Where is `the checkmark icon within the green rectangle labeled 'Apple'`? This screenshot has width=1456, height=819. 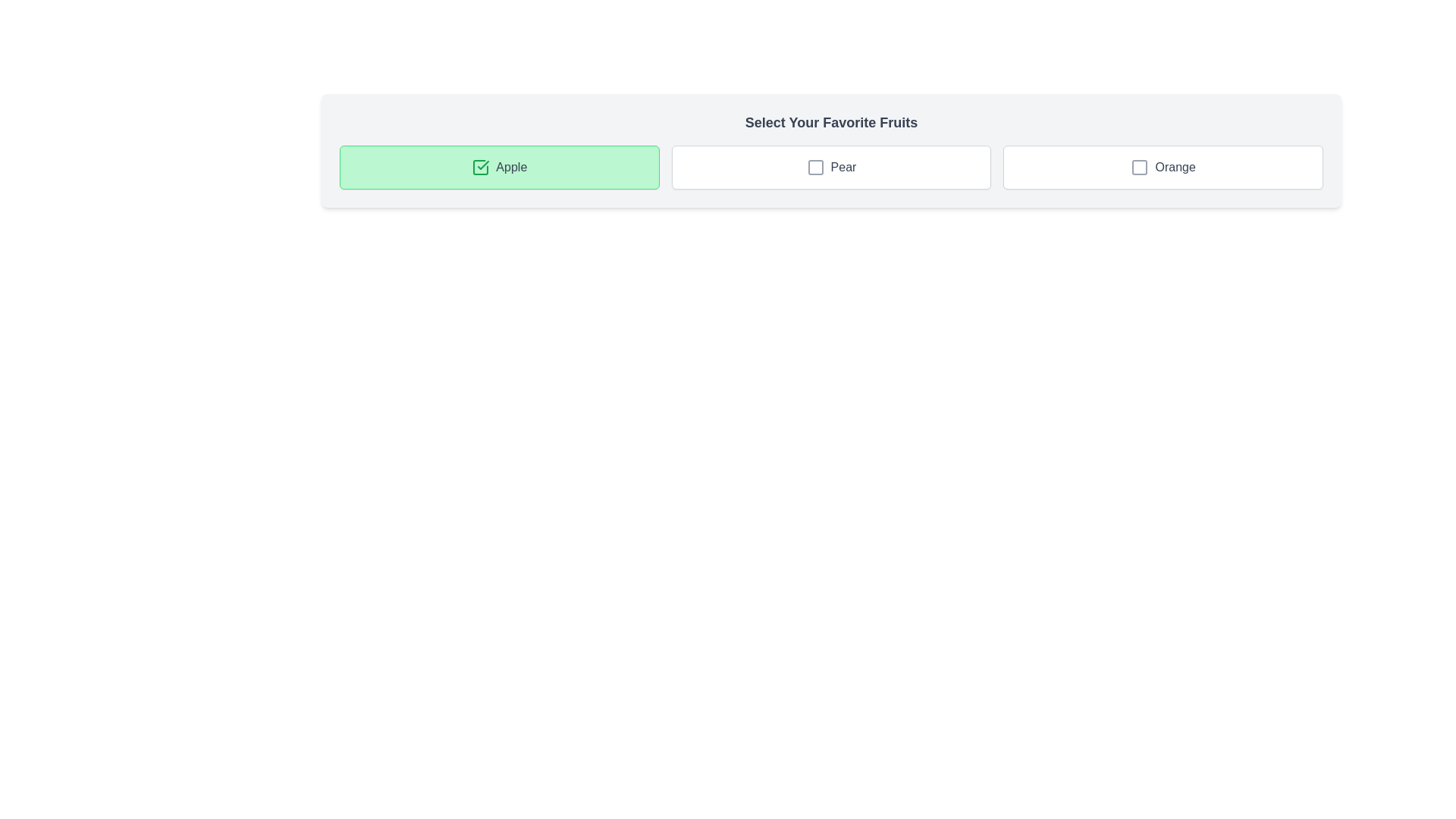 the checkmark icon within the green rectangle labeled 'Apple' is located at coordinates (482, 165).